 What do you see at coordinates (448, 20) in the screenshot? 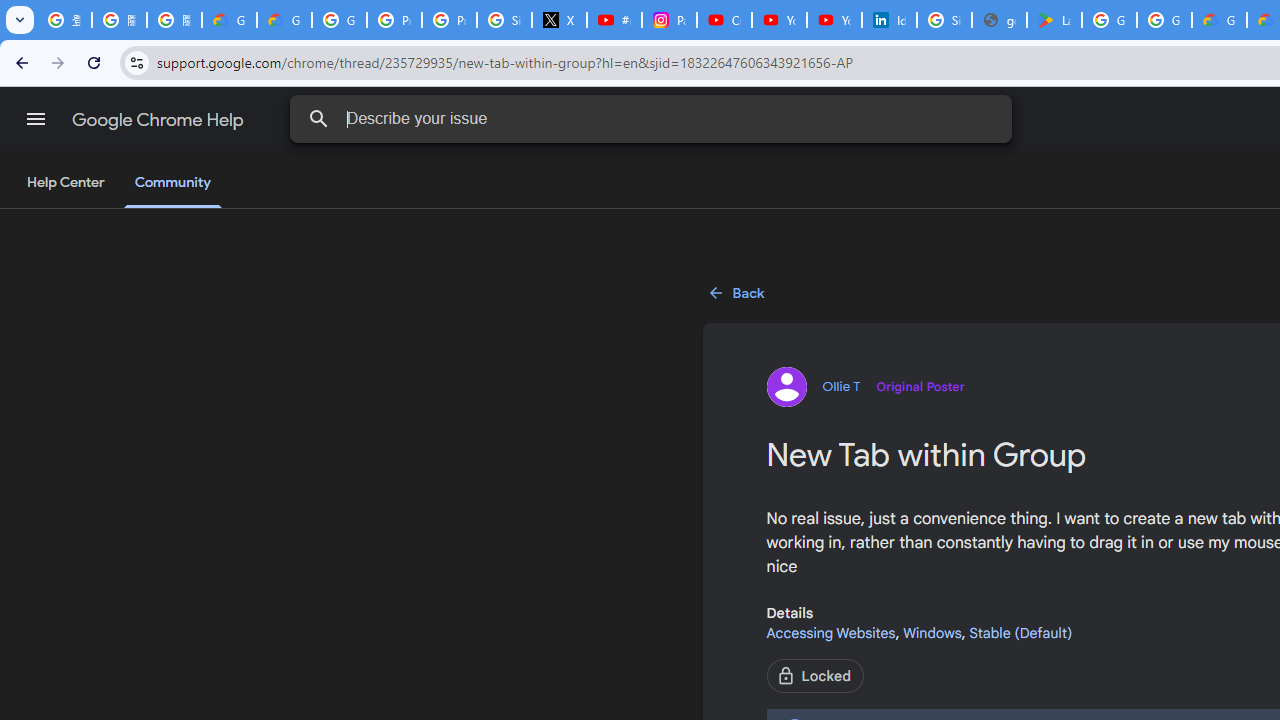
I see `'Privacy Help Center - Policies Help'` at bounding box center [448, 20].